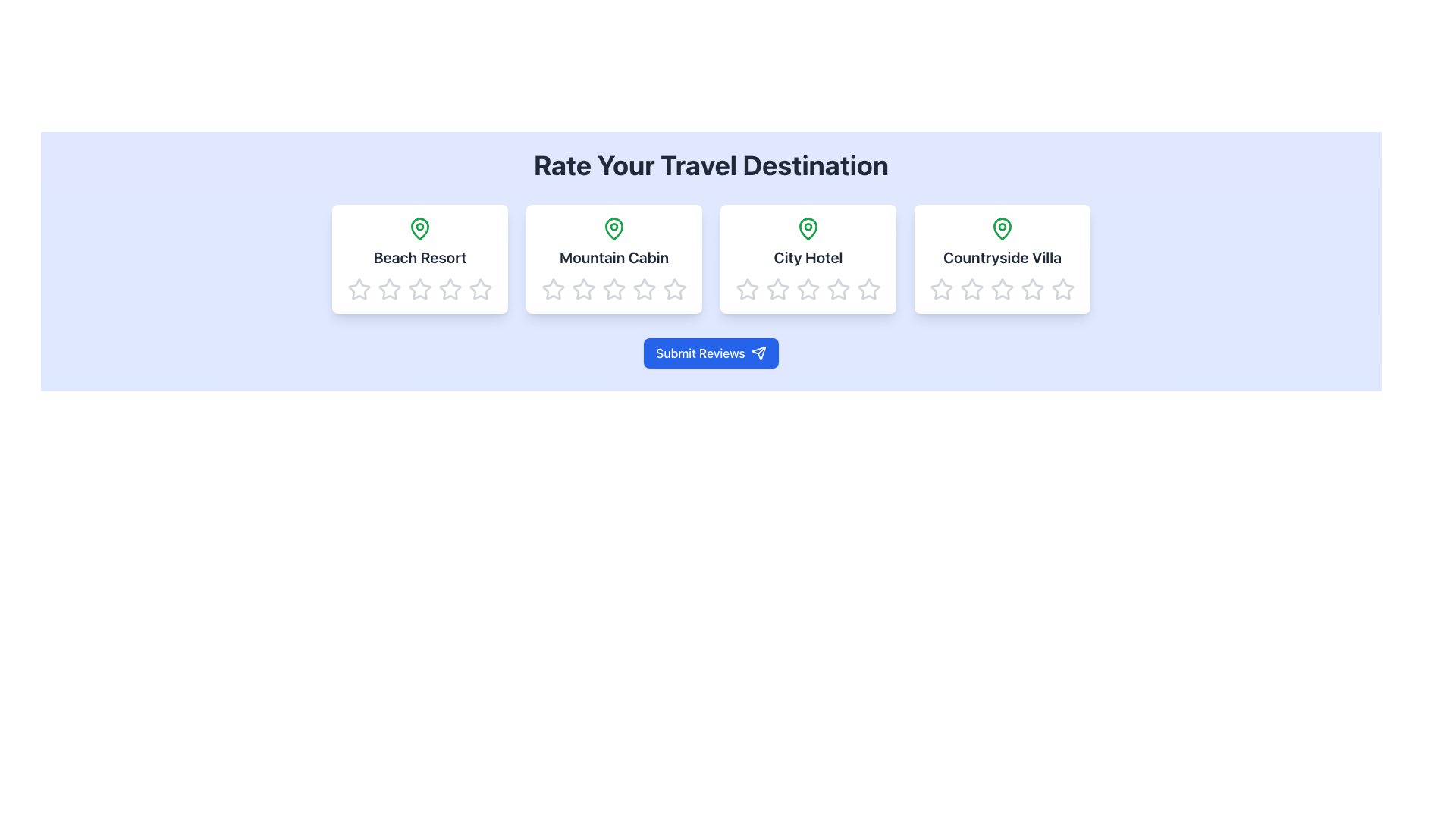 This screenshot has width=1456, height=819. I want to click on the 'Submit Reviews' button, which is a rectangular button with white text on a blue background and a small paper plane icon, located below the rating sections for 'Beach Resort,' 'Mountain Cabin,' 'City Hotel,' and 'Countryside Villa.', so click(710, 353).